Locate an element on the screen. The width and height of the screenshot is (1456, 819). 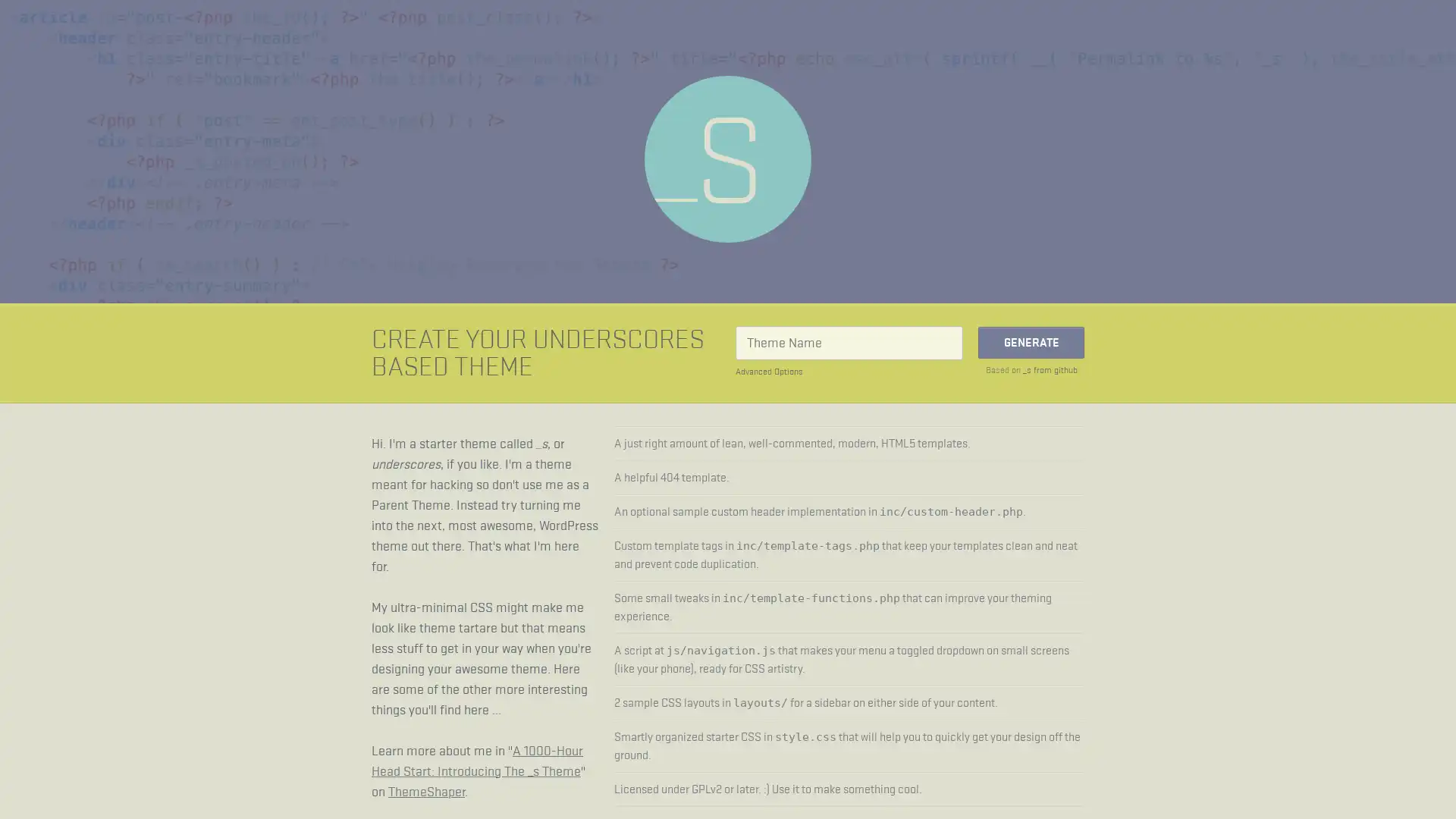
Generate is located at coordinates (1031, 342).